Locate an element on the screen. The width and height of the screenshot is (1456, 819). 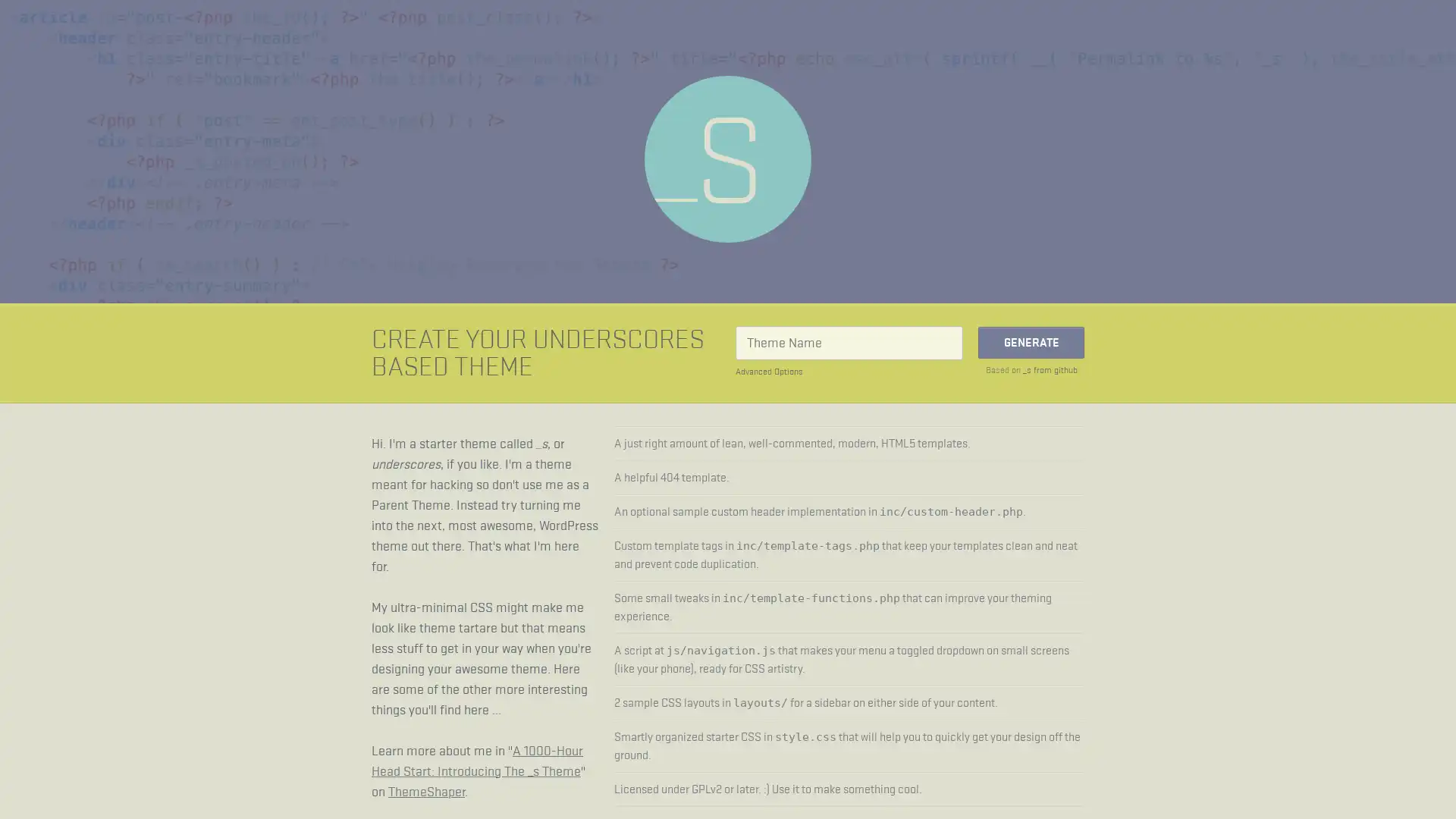
Generate is located at coordinates (1031, 342).